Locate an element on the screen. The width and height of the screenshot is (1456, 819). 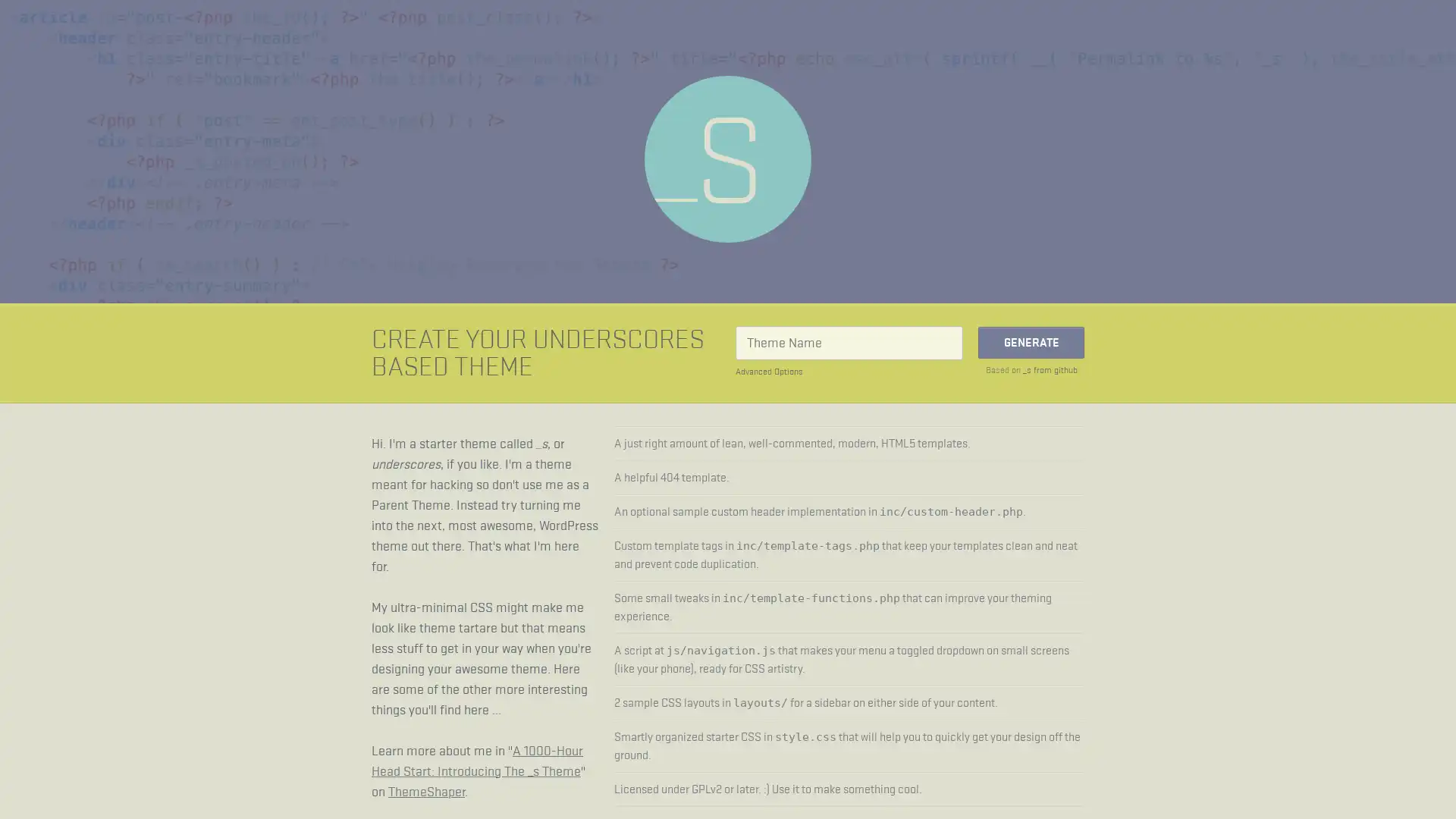
Generate is located at coordinates (1031, 342).